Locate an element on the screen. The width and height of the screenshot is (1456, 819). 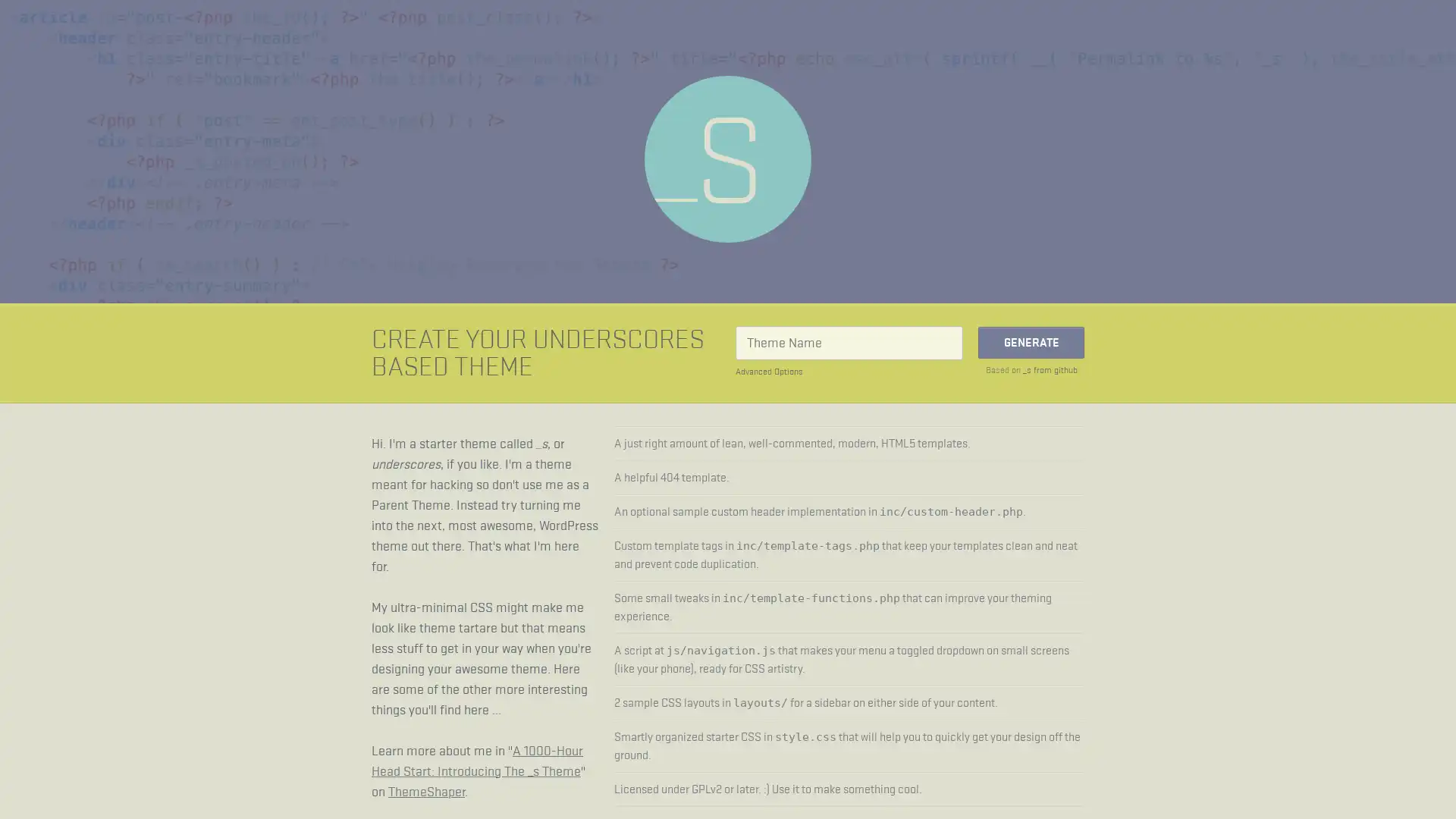
Generate is located at coordinates (1031, 342).